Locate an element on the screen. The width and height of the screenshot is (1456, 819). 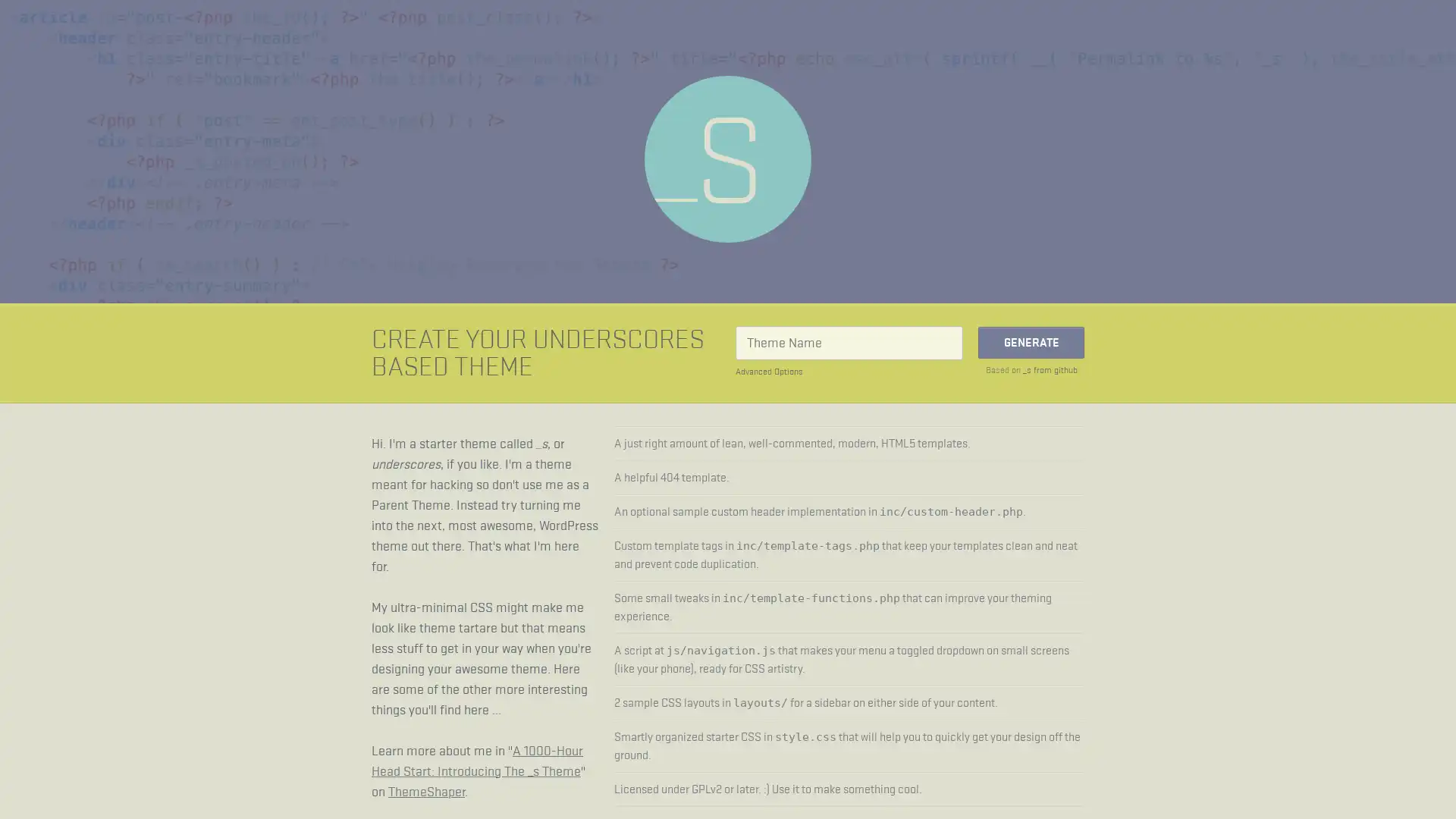
Generate is located at coordinates (1031, 342).